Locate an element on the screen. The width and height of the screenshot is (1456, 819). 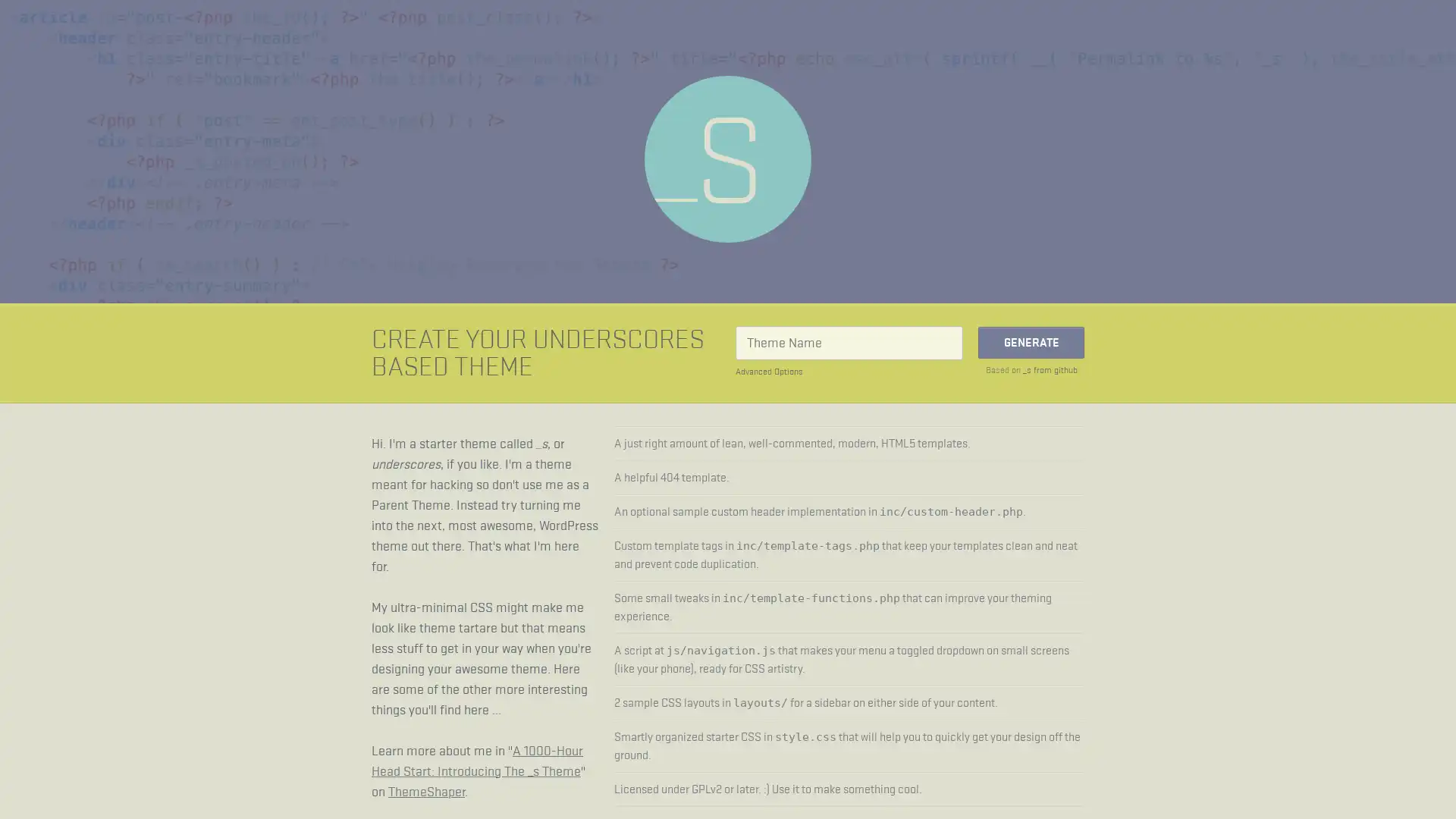
Generate is located at coordinates (1031, 342).